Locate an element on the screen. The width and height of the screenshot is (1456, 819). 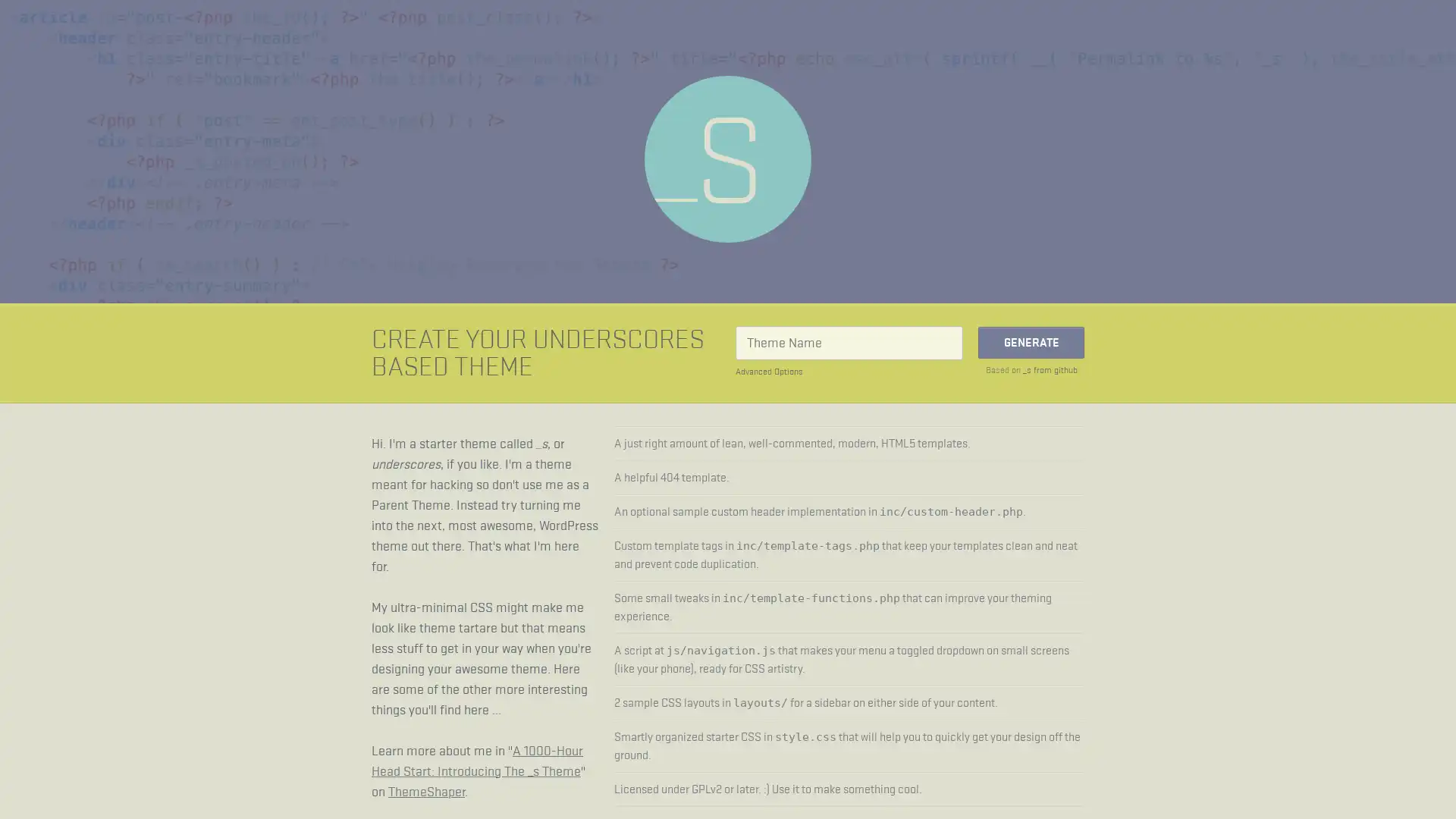
Generate is located at coordinates (1031, 342).